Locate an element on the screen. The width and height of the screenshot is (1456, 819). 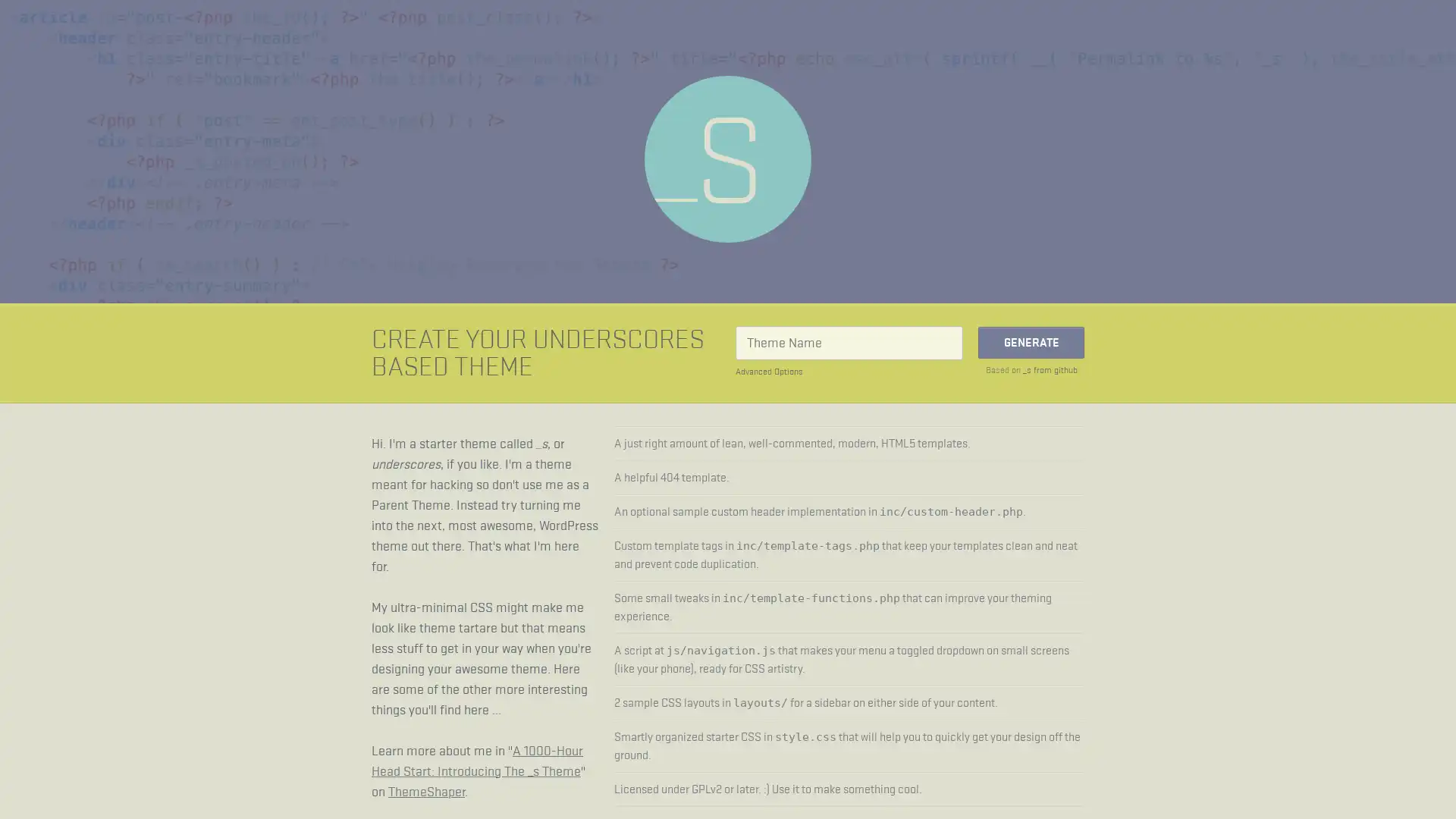
Generate is located at coordinates (1031, 342).